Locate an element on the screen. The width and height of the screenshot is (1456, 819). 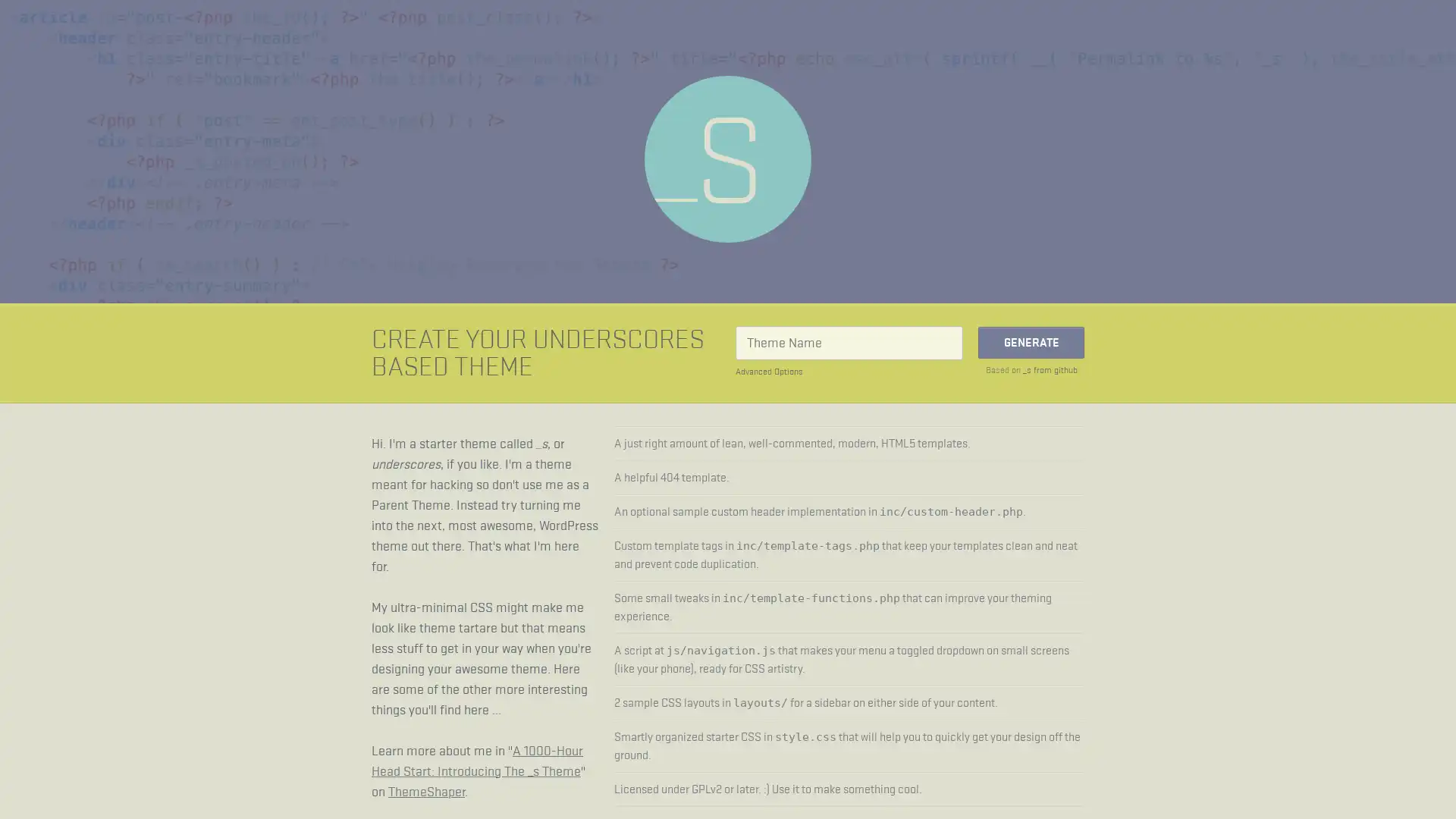
Generate is located at coordinates (1031, 342).